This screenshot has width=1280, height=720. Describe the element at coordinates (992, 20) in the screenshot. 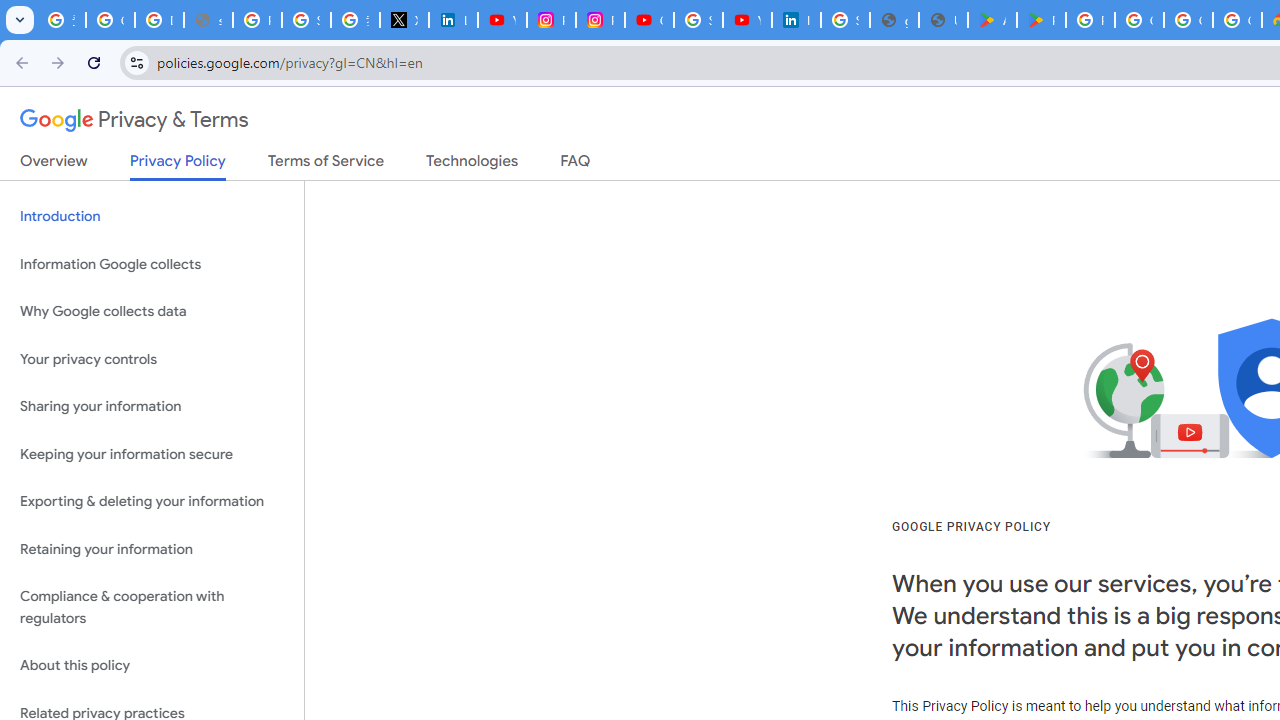

I see `'Android Apps on Google Play'` at that location.